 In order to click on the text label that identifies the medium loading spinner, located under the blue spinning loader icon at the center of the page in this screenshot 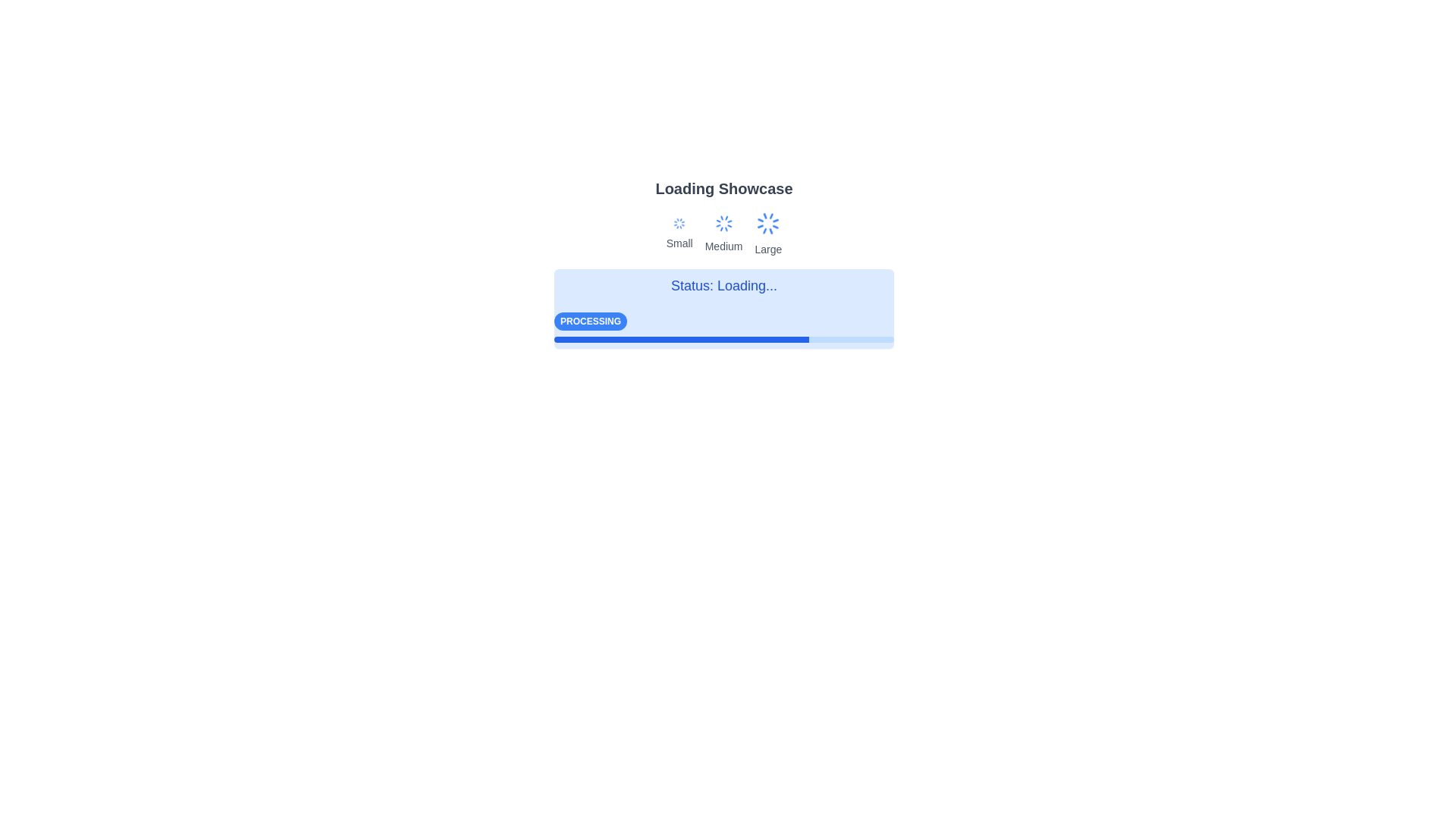, I will do `click(723, 245)`.